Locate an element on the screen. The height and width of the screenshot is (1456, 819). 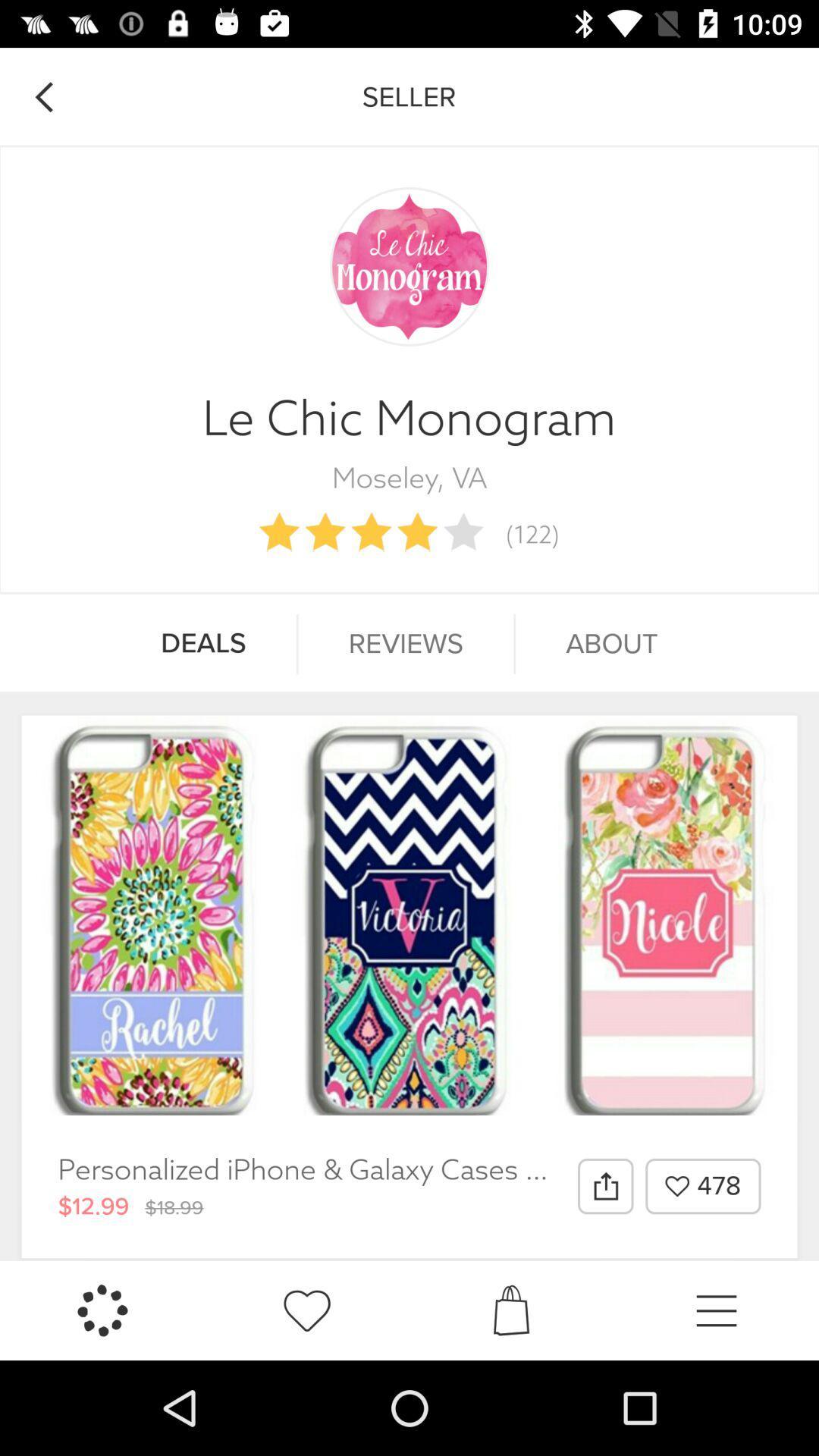
icon at the top left corner is located at coordinates (42, 96).